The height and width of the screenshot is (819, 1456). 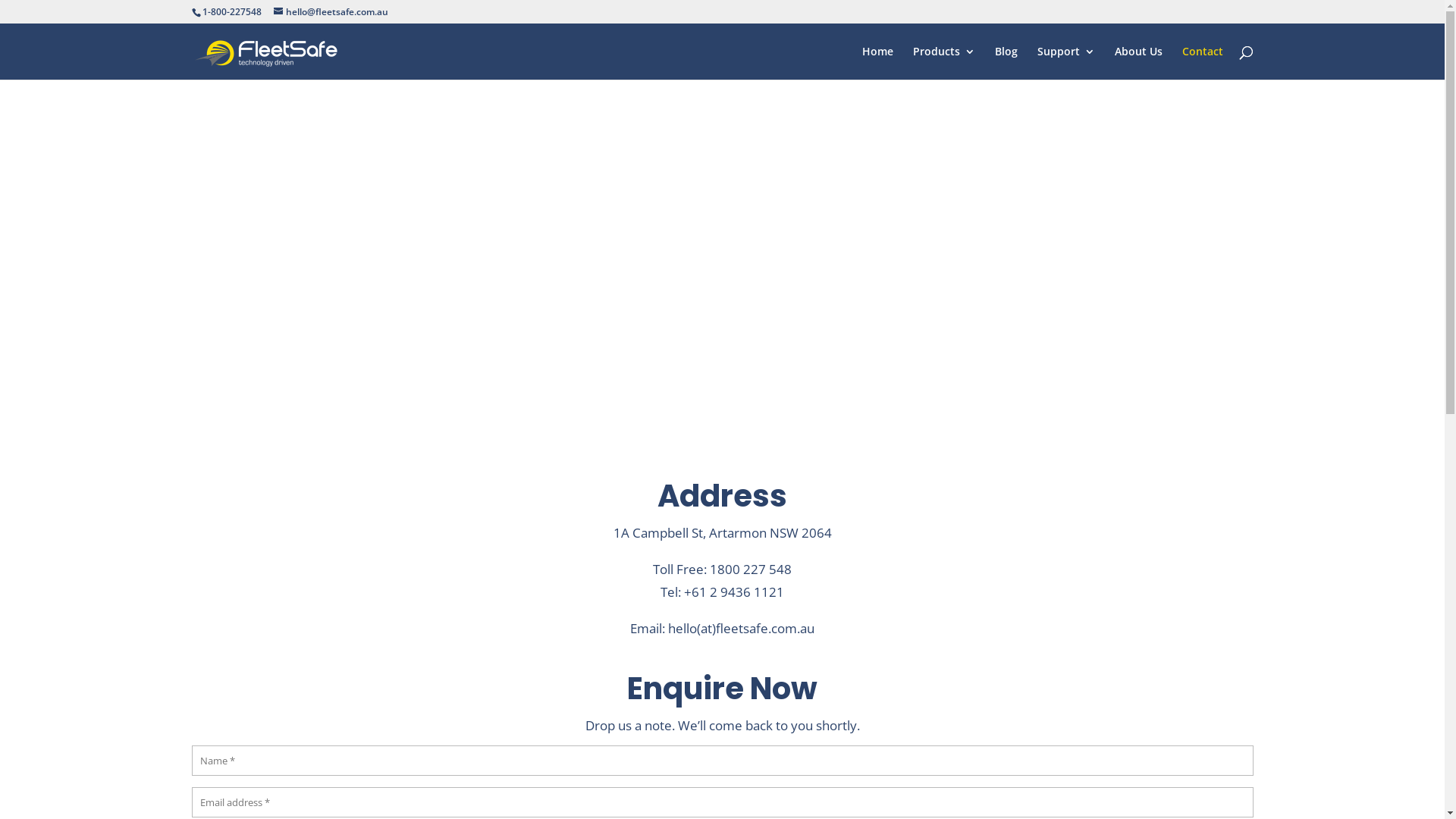 What do you see at coordinates (329, 11) in the screenshot?
I see `'hello@fleetsafe.com.au'` at bounding box center [329, 11].